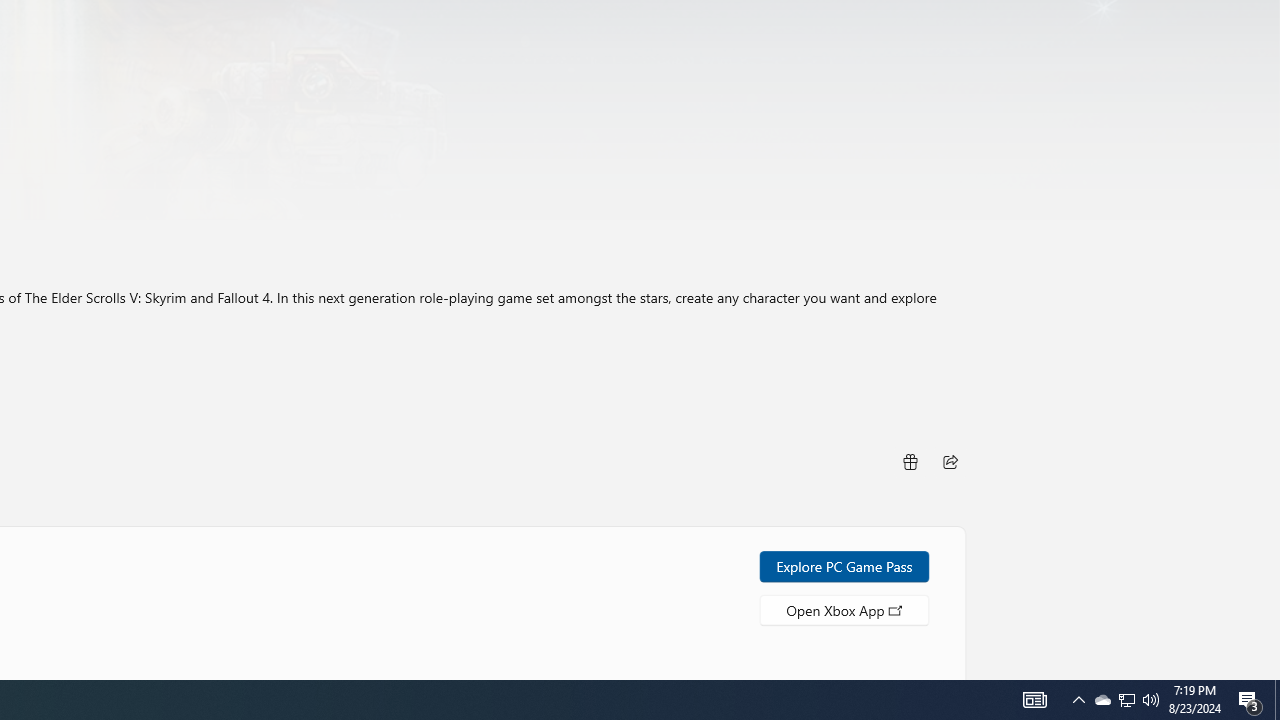  I want to click on 'Open Xbox App', so click(844, 608).